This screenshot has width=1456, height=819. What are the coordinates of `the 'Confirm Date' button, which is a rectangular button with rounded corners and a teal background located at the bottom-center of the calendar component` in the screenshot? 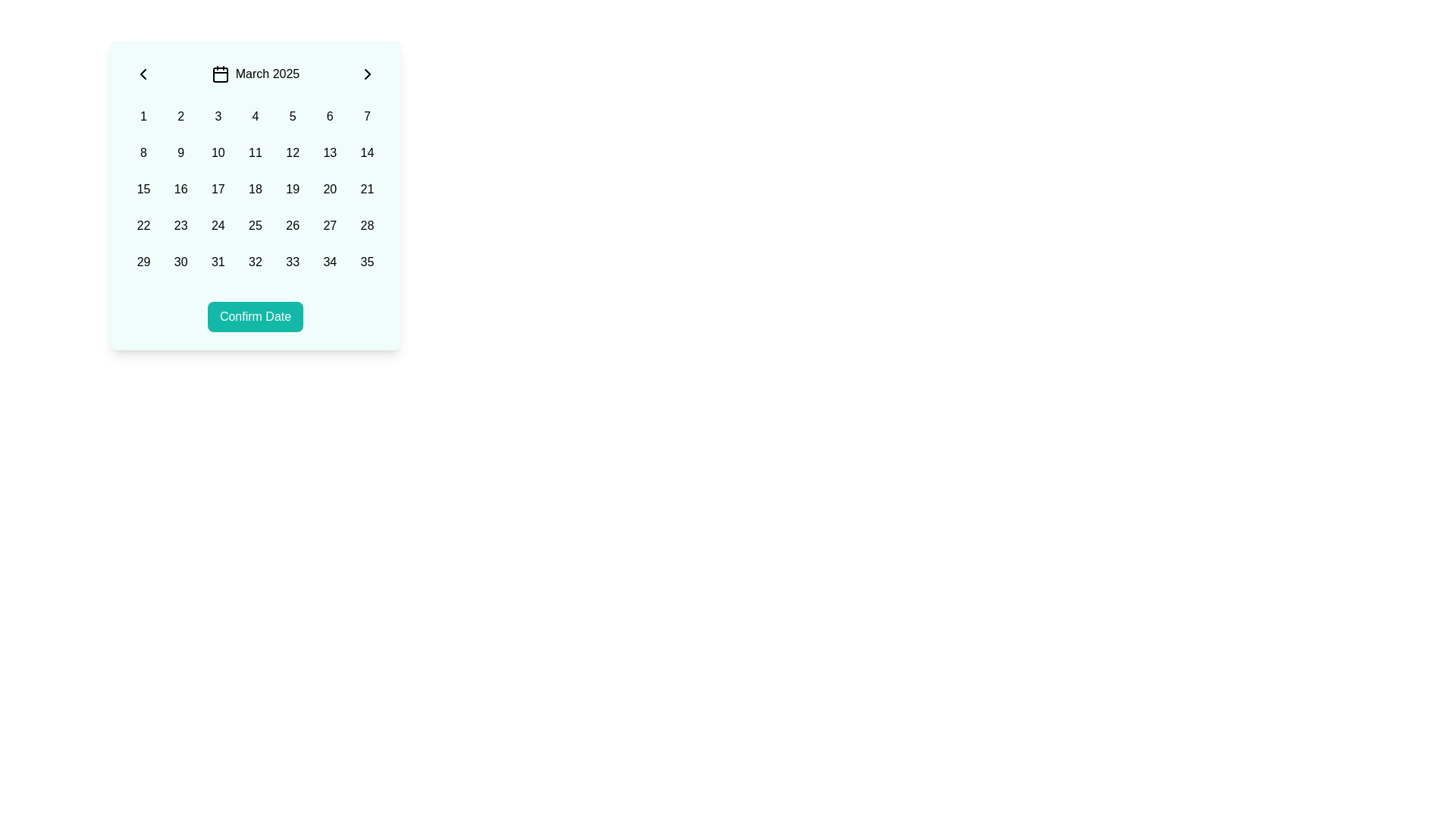 It's located at (255, 315).